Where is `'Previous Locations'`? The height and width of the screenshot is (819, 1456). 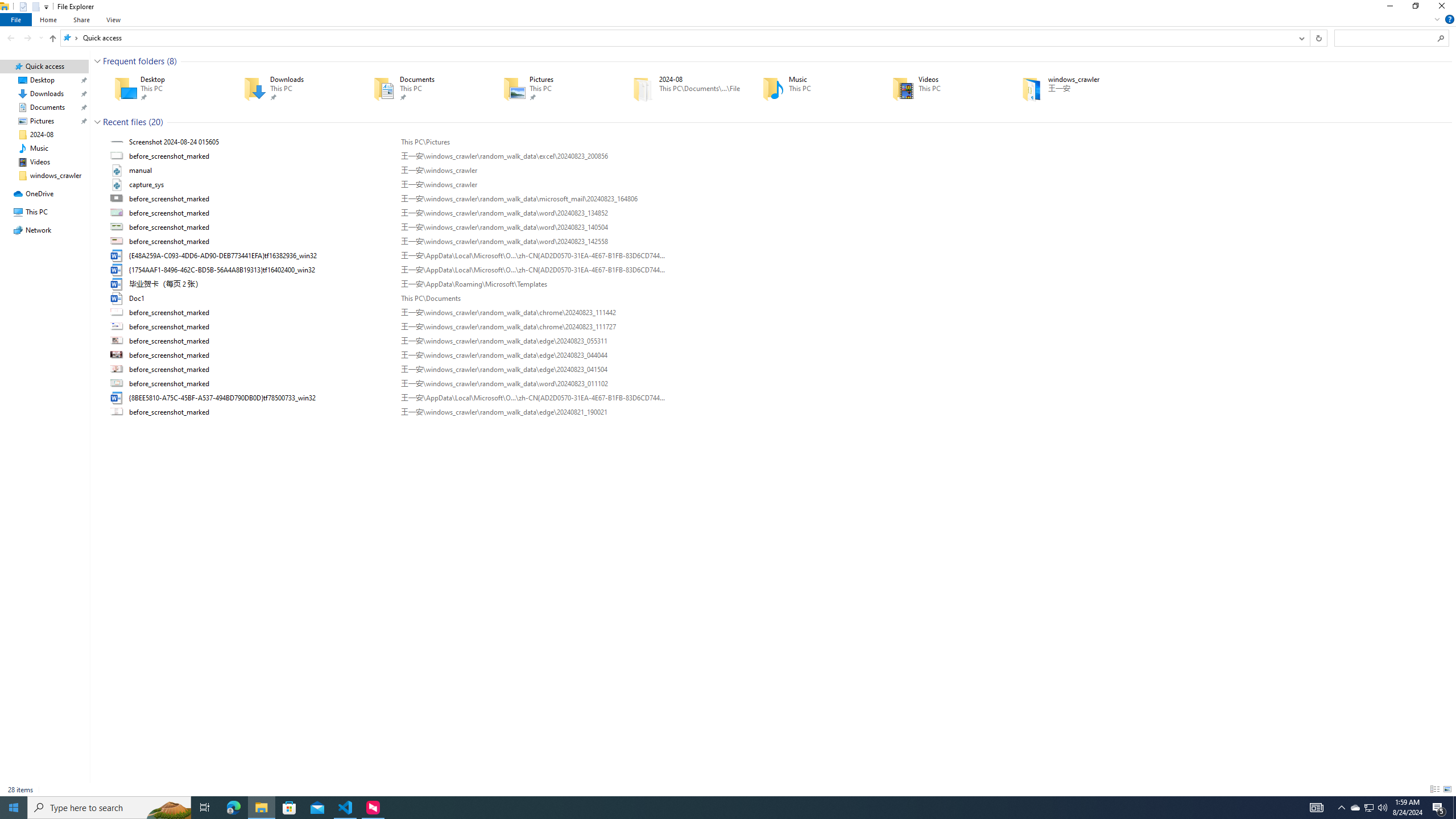 'Previous Locations' is located at coordinates (1301, 37).